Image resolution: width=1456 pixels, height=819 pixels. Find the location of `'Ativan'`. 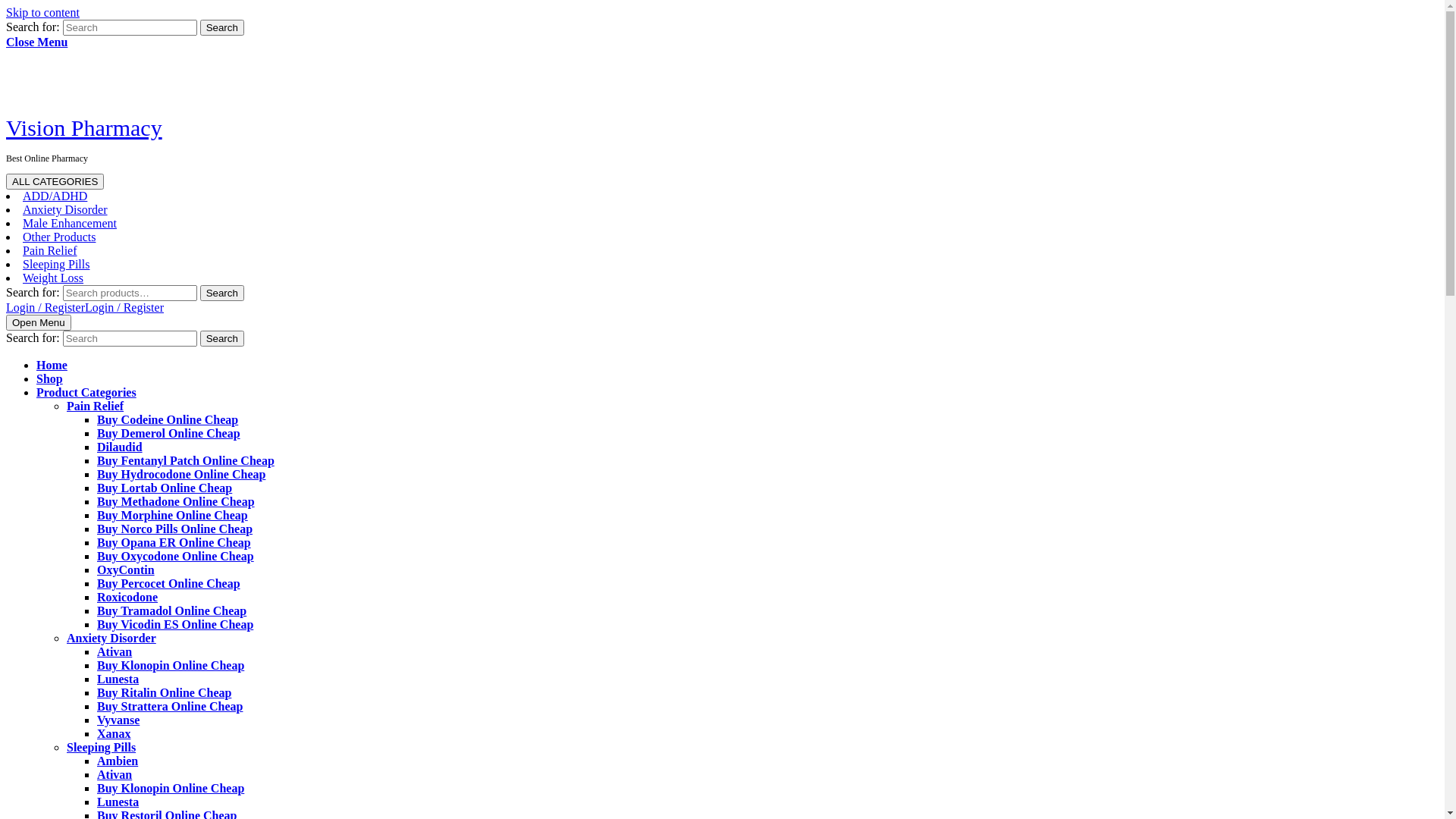

'Ativan' is located at coordinates (113, 651).